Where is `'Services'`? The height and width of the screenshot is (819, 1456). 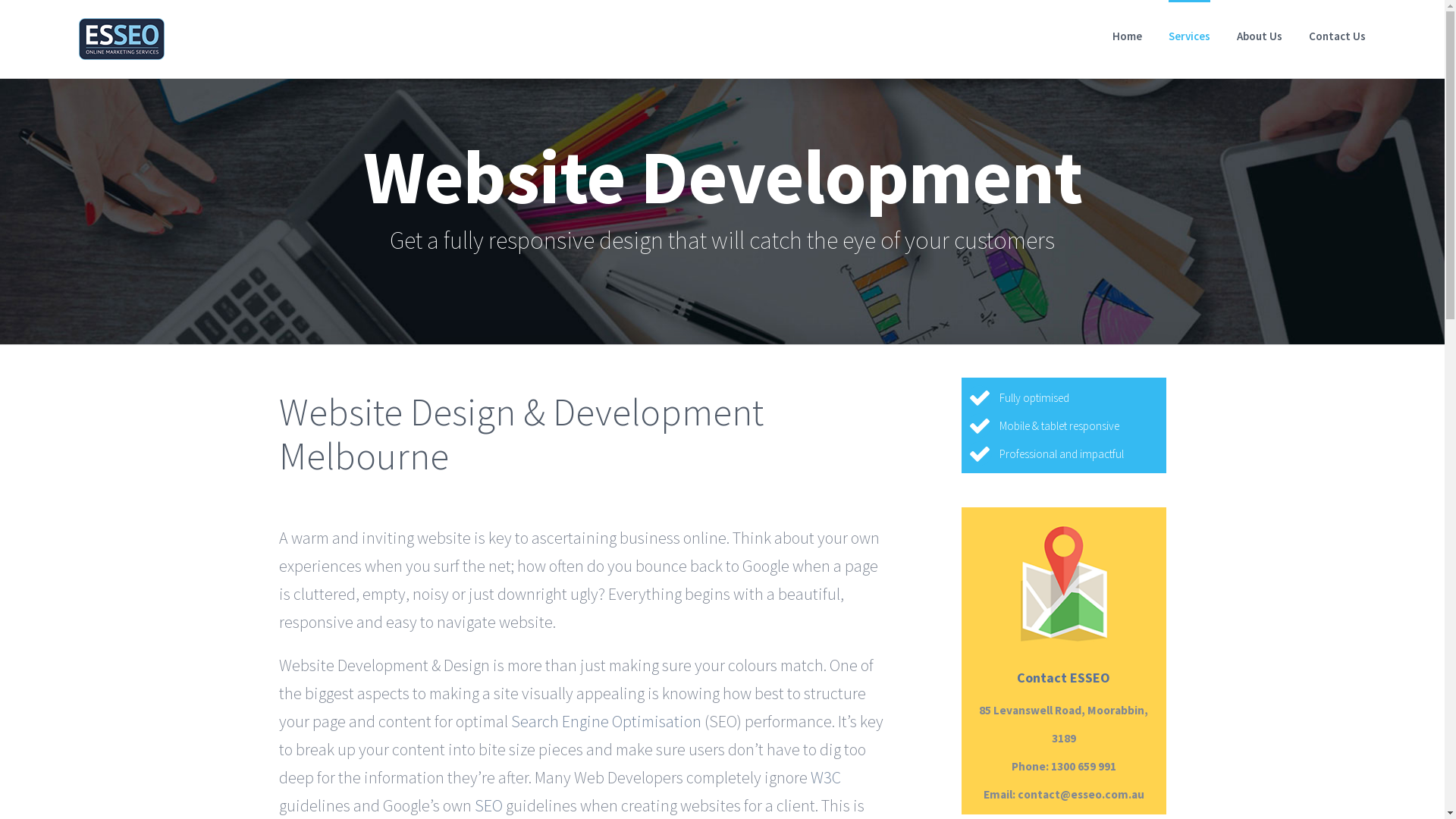
'Services' is located at coordinates (1188, 34).